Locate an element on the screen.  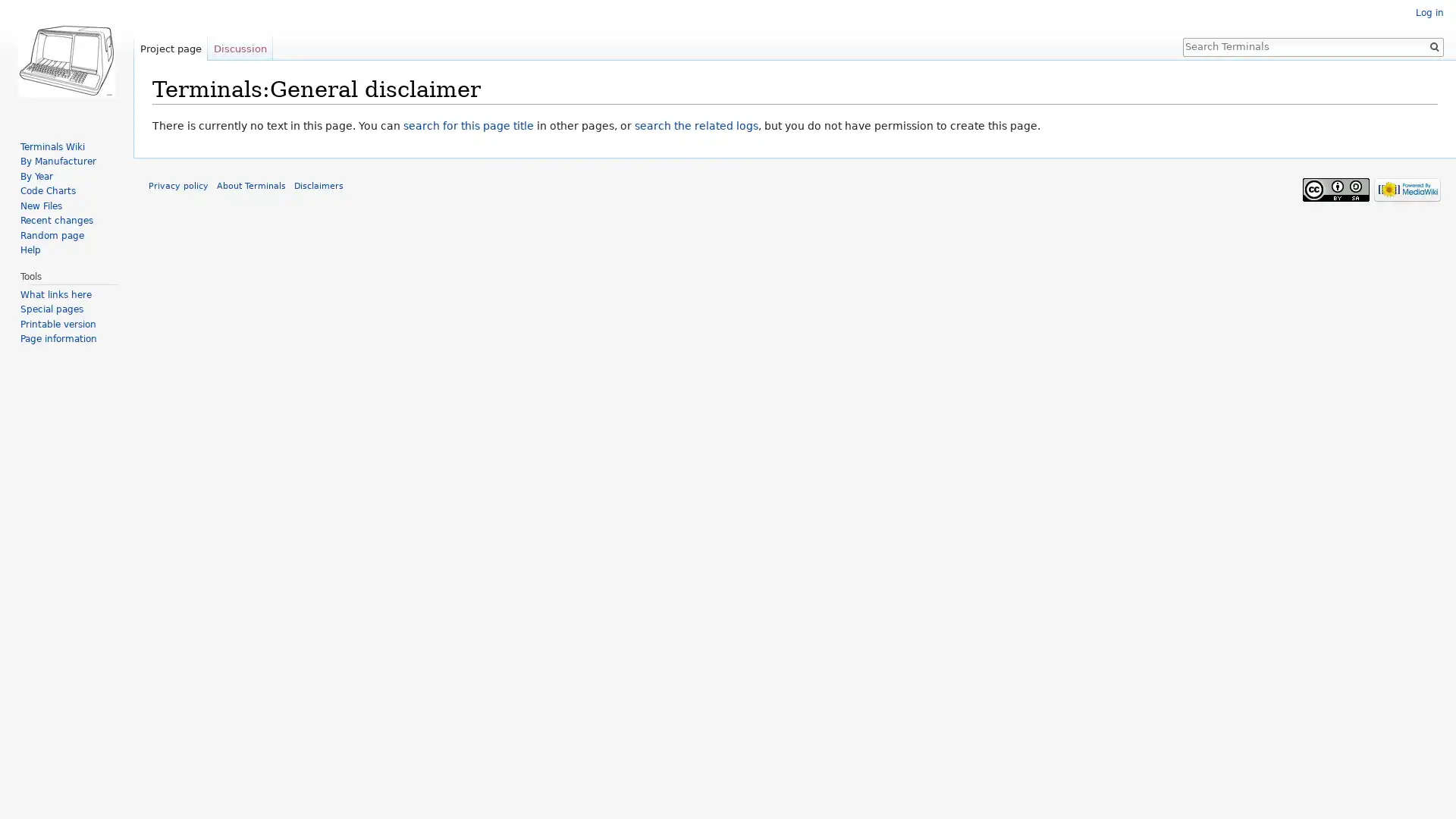
Go is located at coordinates (1433, 45).